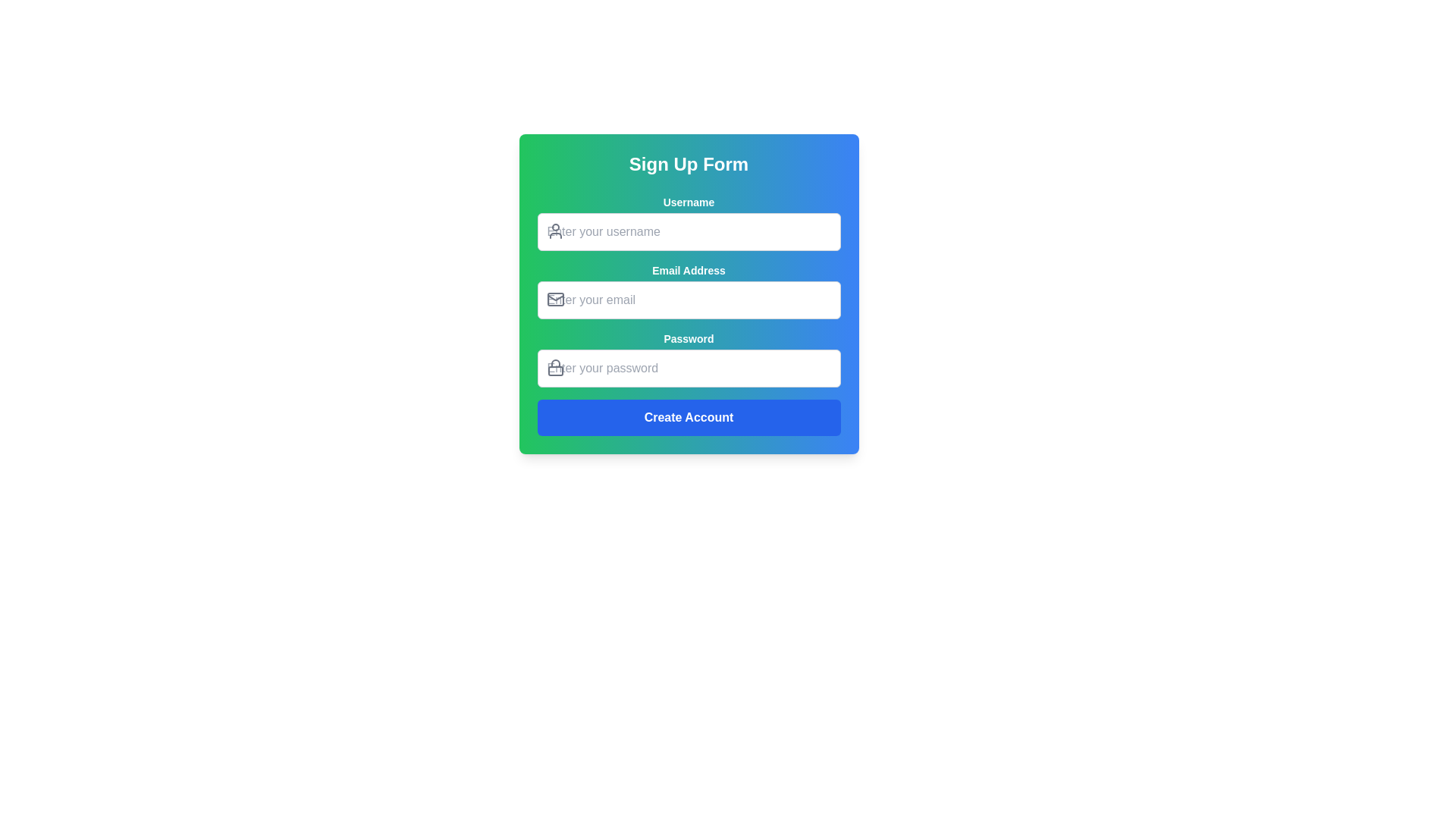 The height and width of the screenshot is (819, 1456). What do you see at coordinates (688, 338) in the screenshot?
I see `the password entry field label, which is located above the password input box in the third field group of the form` at bounding box center [688, 338].